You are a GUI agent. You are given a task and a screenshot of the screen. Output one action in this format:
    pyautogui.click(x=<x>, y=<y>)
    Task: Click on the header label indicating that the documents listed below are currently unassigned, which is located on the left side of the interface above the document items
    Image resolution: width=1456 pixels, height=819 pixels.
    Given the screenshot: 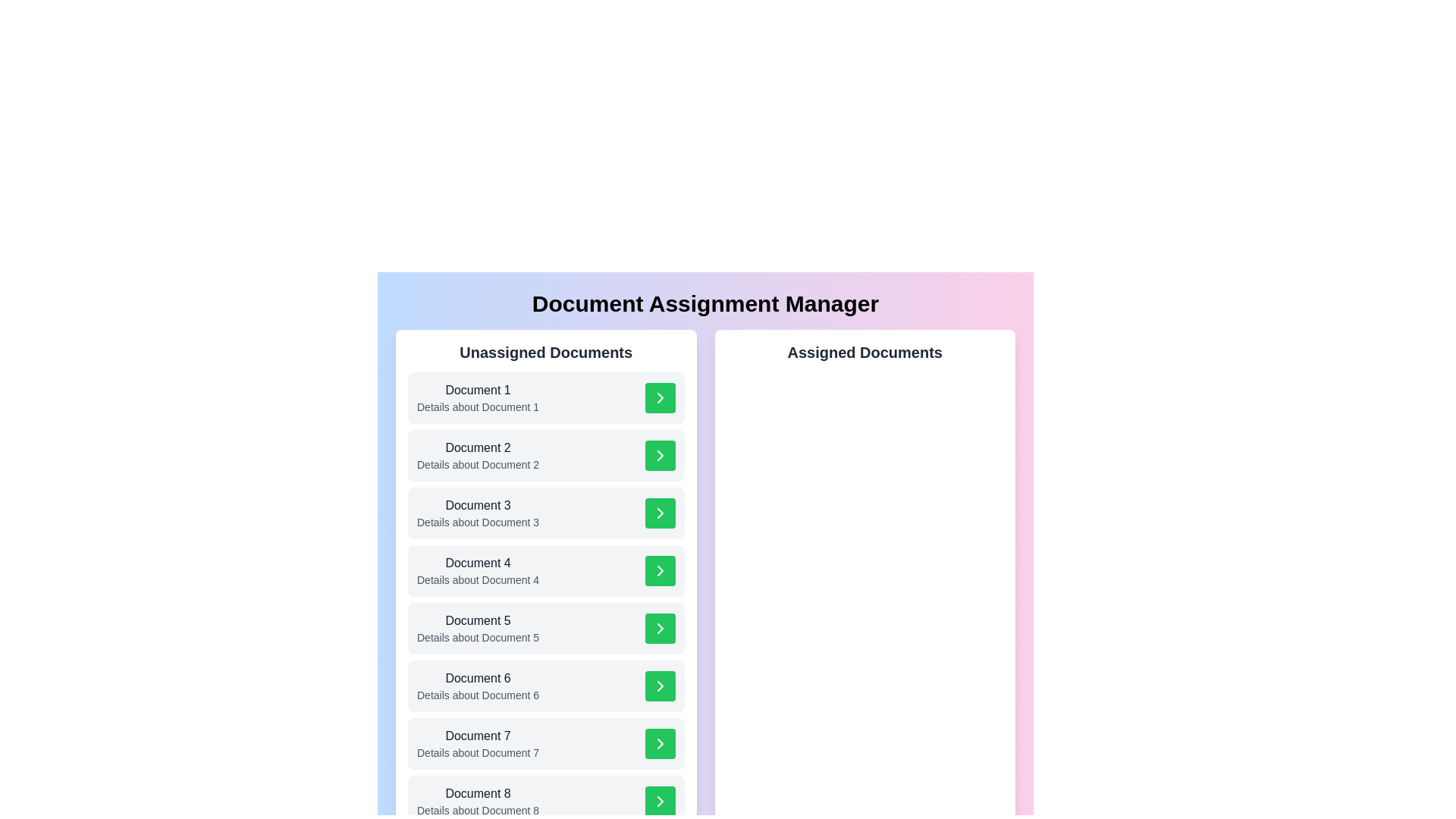 What is the action you would take?
    pyautogui.click(x=546, y=353)
    